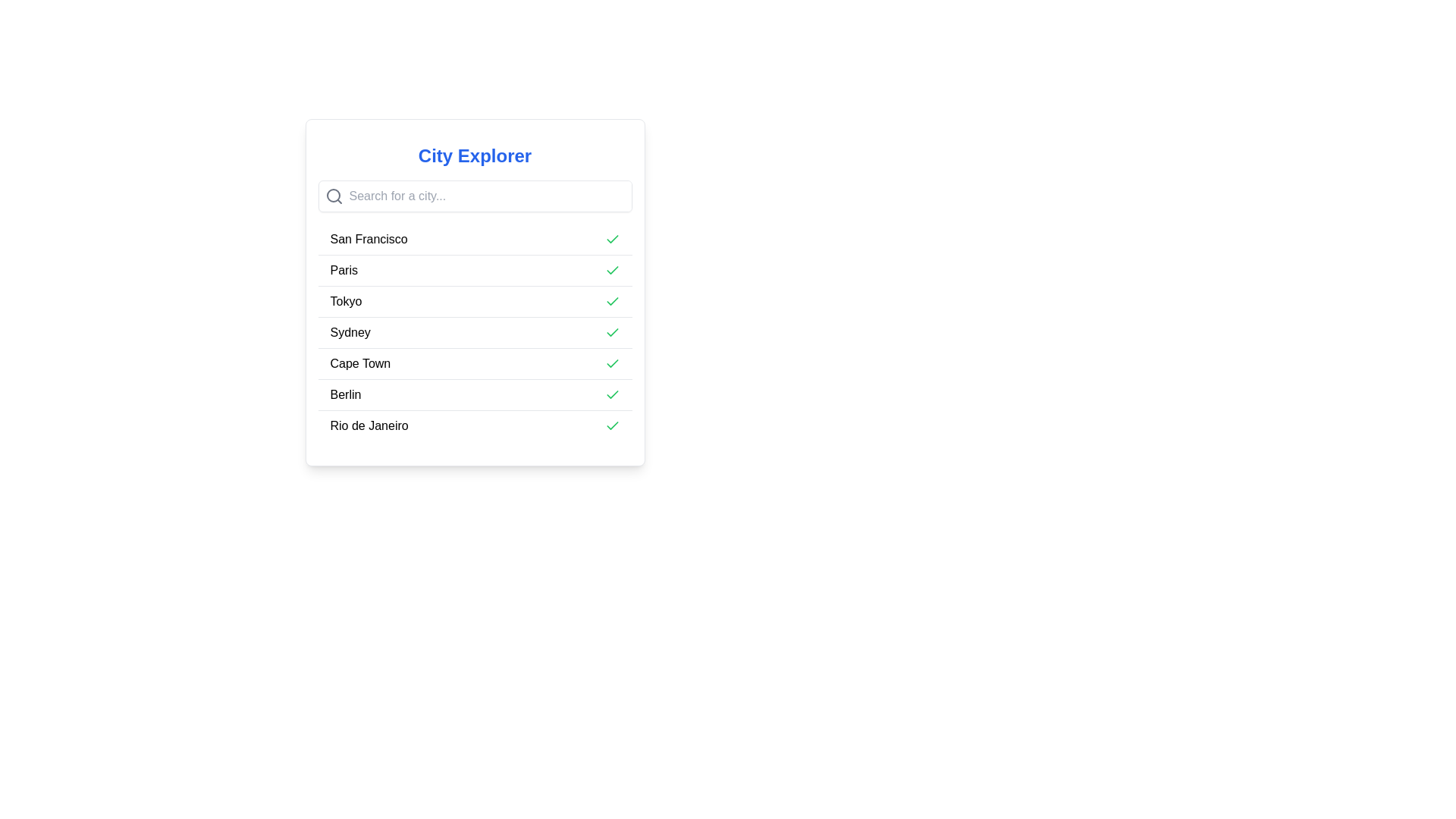  What do you see at coordinates (359, 363) in the screenshot?
I see `the text label displaying 'Cape Town', which is the fifth item in the list of city names within the 'City Explorer' panel` at bounding box center [359, 363].